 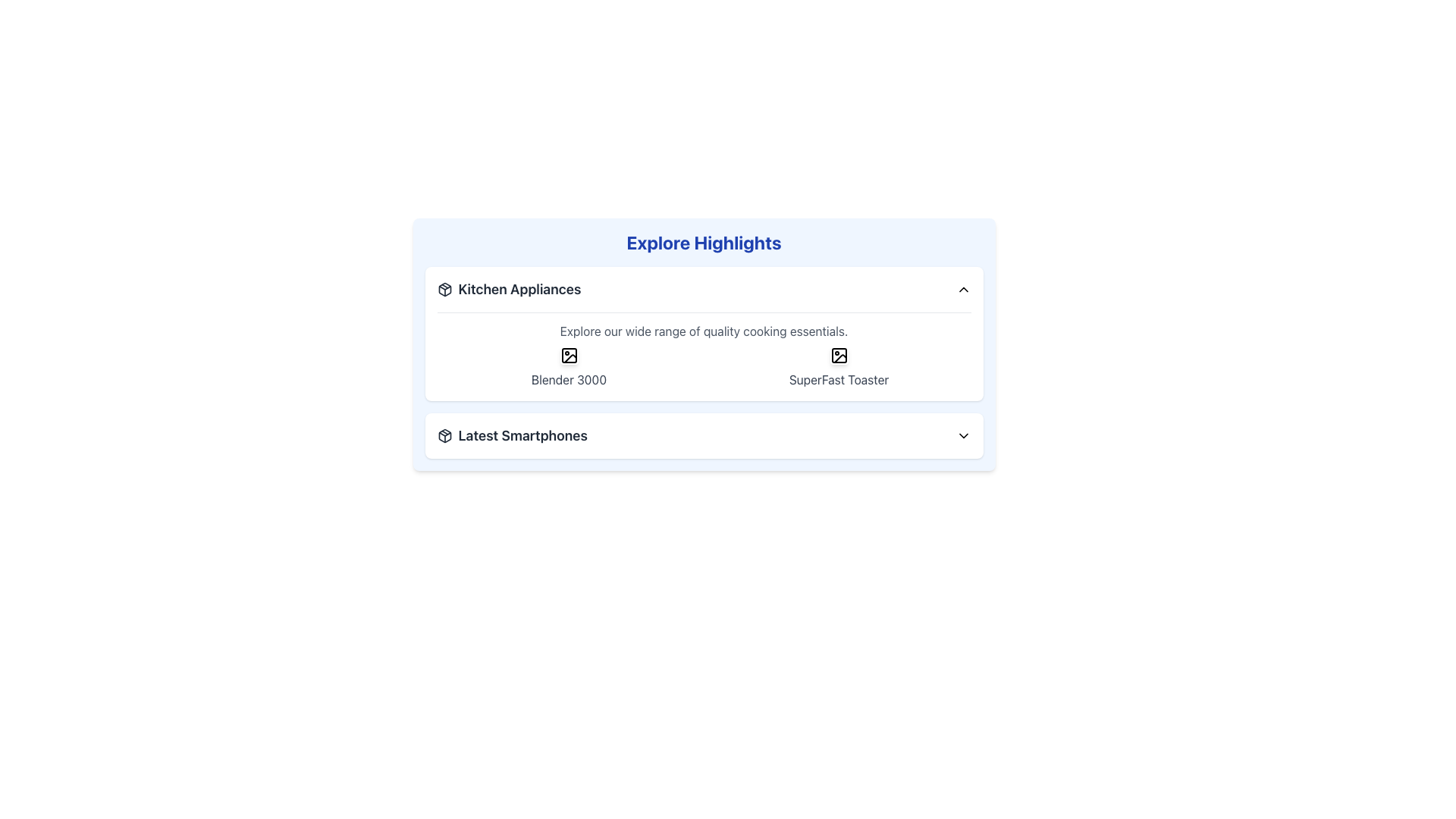 I want to click on the chevron icon button on the right side of the 'Kitchen Appliances' section, so click(x=962, y=289).